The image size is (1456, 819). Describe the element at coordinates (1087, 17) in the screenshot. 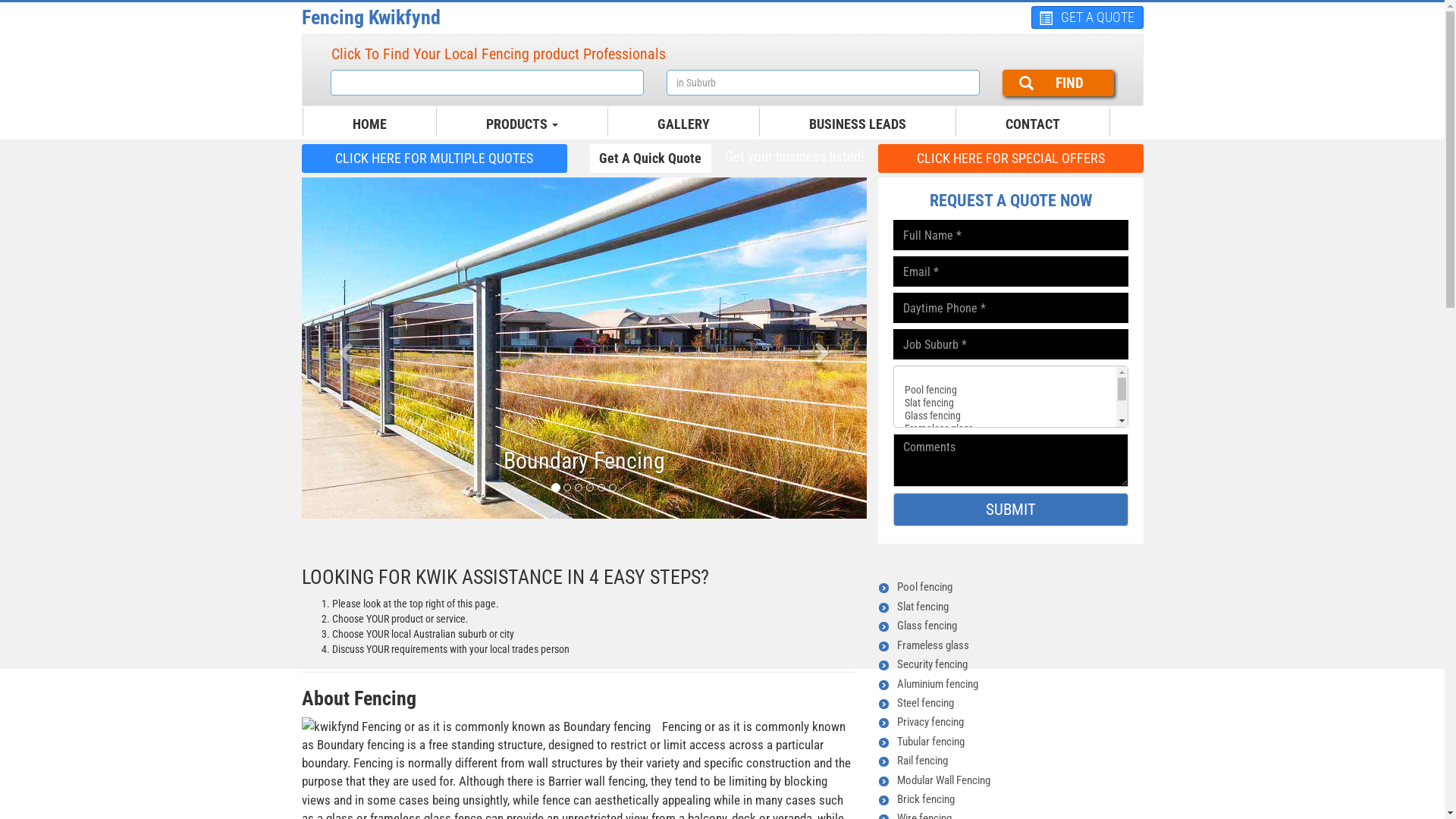

I see `'GET A QUOTE'` at that location.